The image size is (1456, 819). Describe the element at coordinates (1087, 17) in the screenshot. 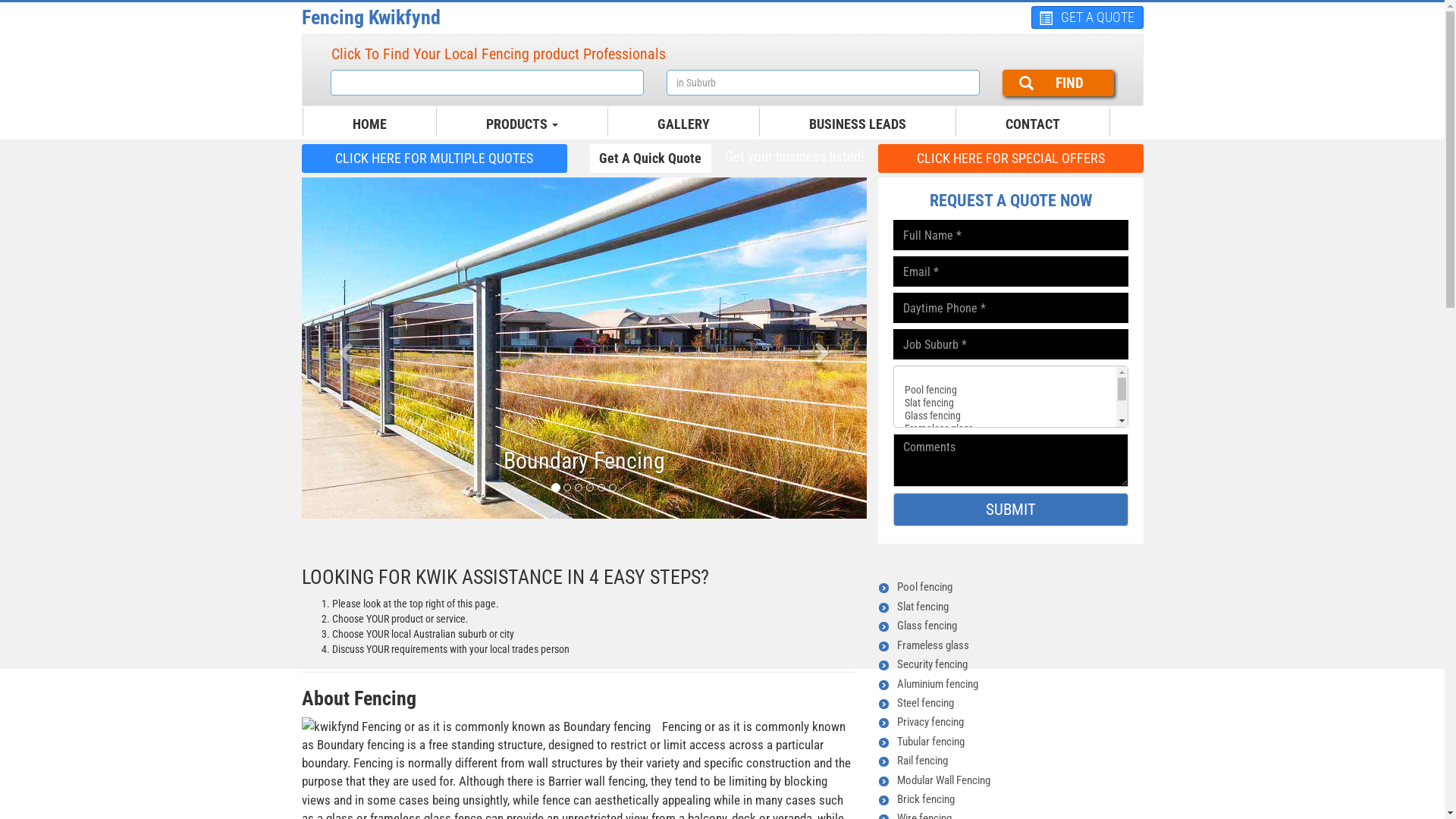

I see `'GET A QUOTE'` at that location.